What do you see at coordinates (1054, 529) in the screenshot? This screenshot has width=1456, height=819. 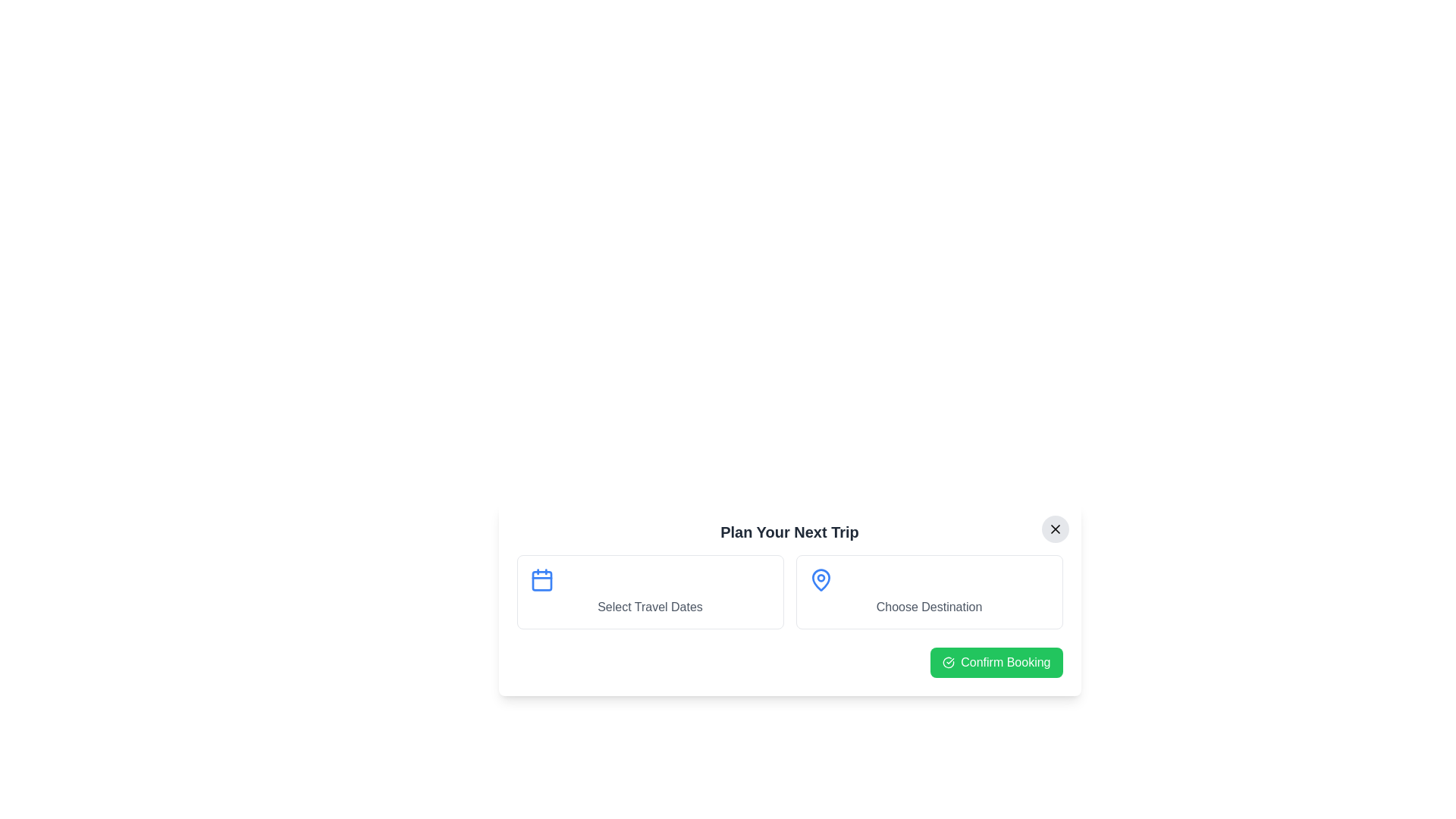 I see `the interactive element: Close Button` at bounding box center [1054, 529].